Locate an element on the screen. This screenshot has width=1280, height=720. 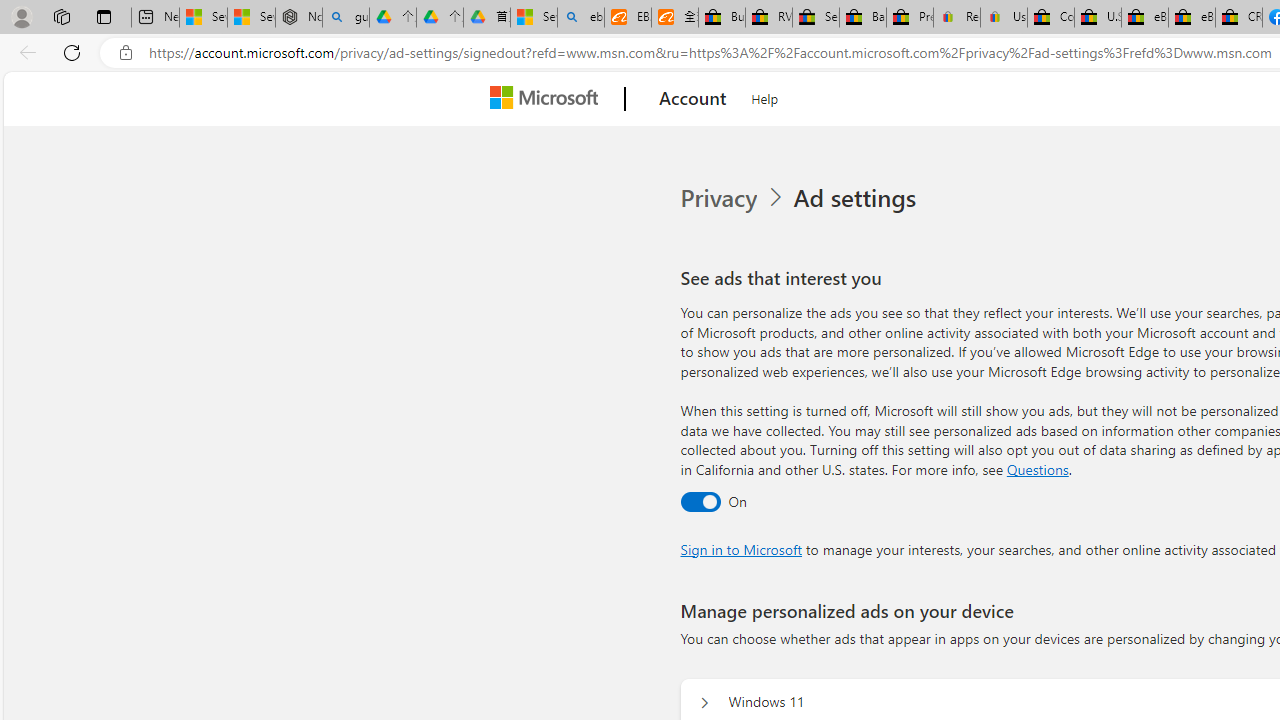
'Consumer Health Data Privacy Policy - eBay Inc.' is located at coordinates (1049, 17).